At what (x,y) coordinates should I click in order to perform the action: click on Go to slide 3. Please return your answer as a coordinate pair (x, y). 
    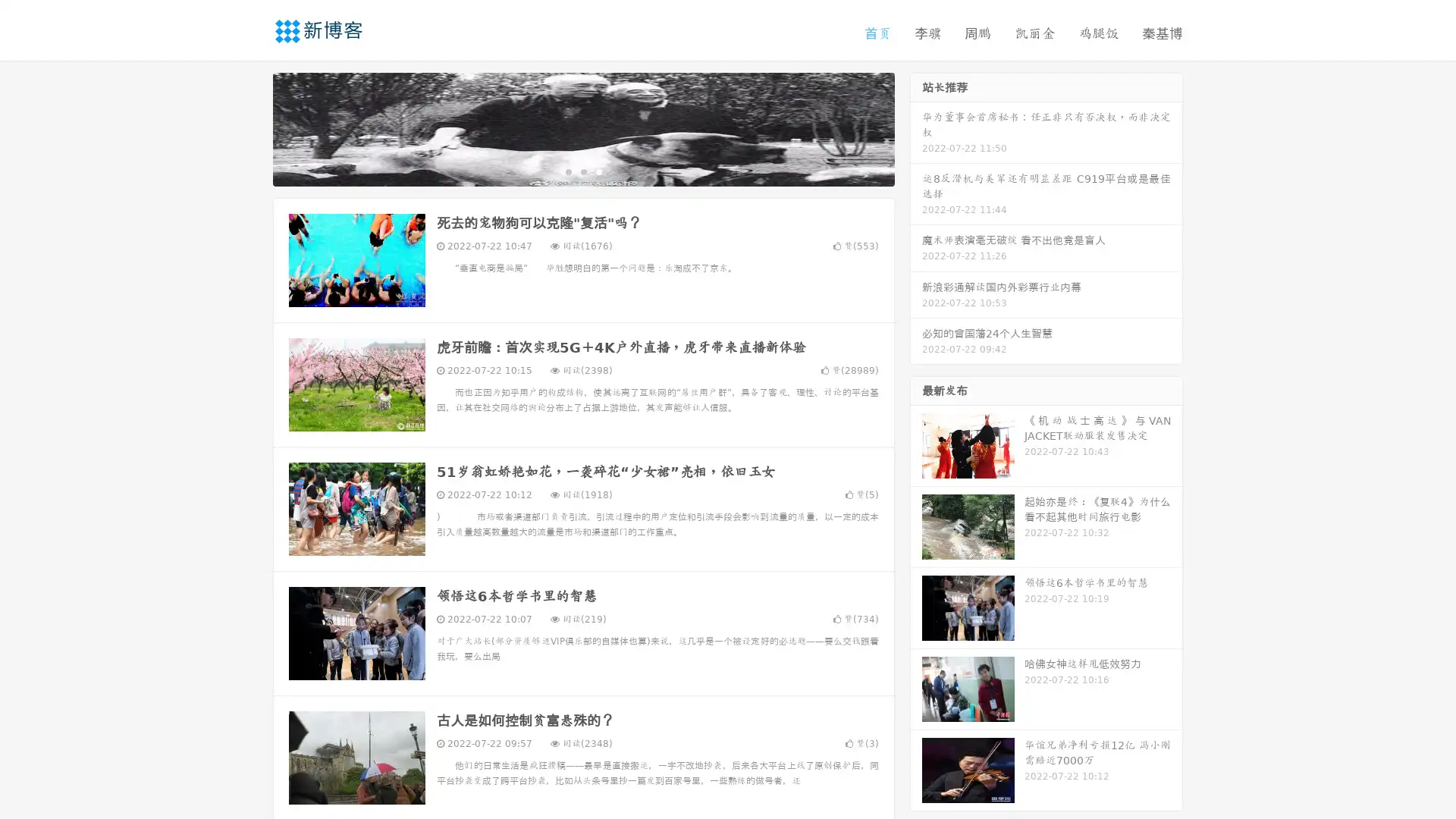
    Looking at the image, I should click on (598, 171).